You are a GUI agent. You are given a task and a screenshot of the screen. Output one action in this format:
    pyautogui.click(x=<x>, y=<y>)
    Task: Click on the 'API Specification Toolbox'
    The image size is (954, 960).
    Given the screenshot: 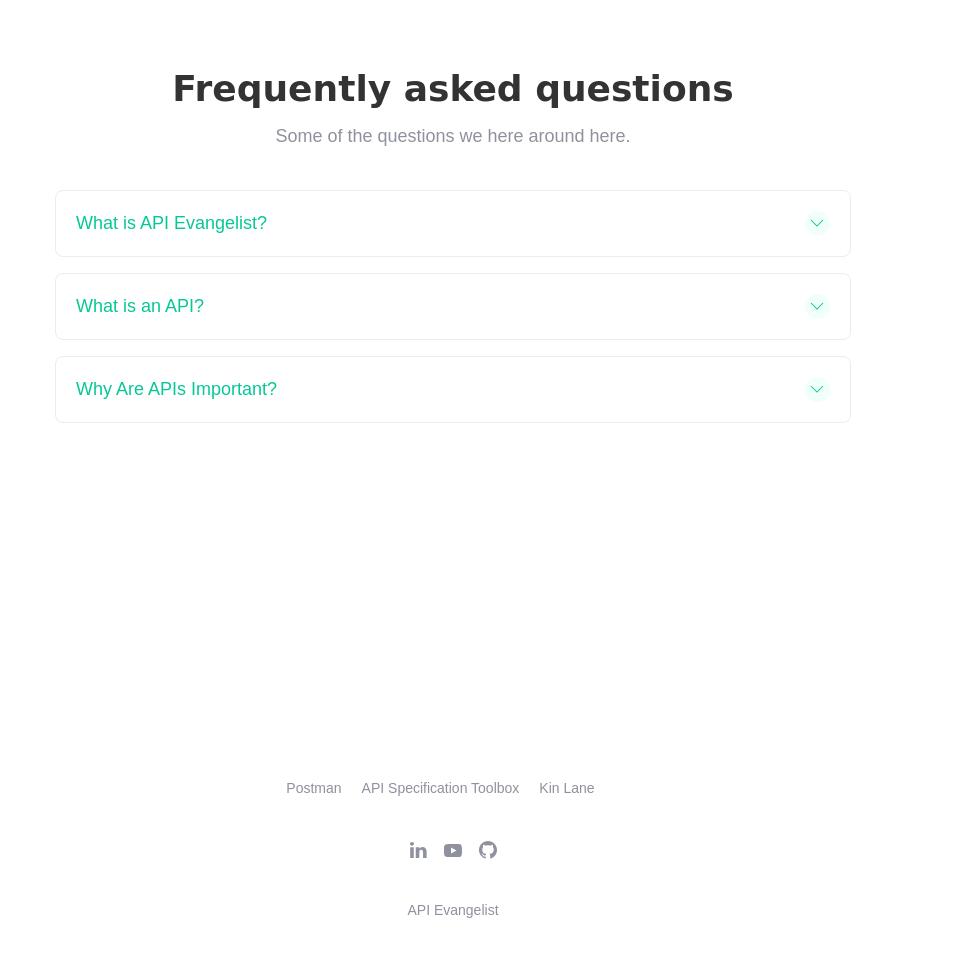 What is the action you would take?
    pyautogui.click(x=439, y=787)
    